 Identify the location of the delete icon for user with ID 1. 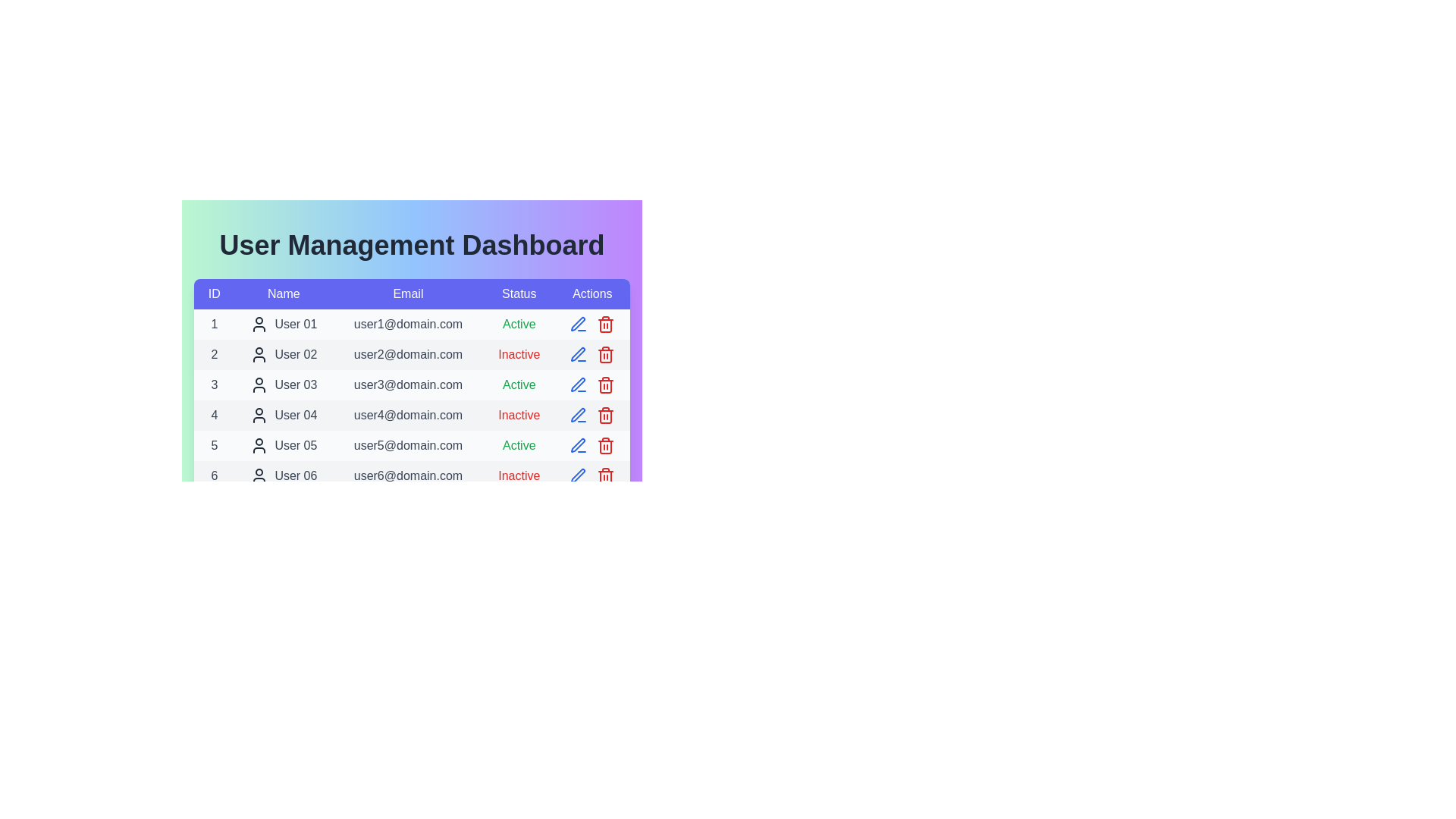
(605, 324).